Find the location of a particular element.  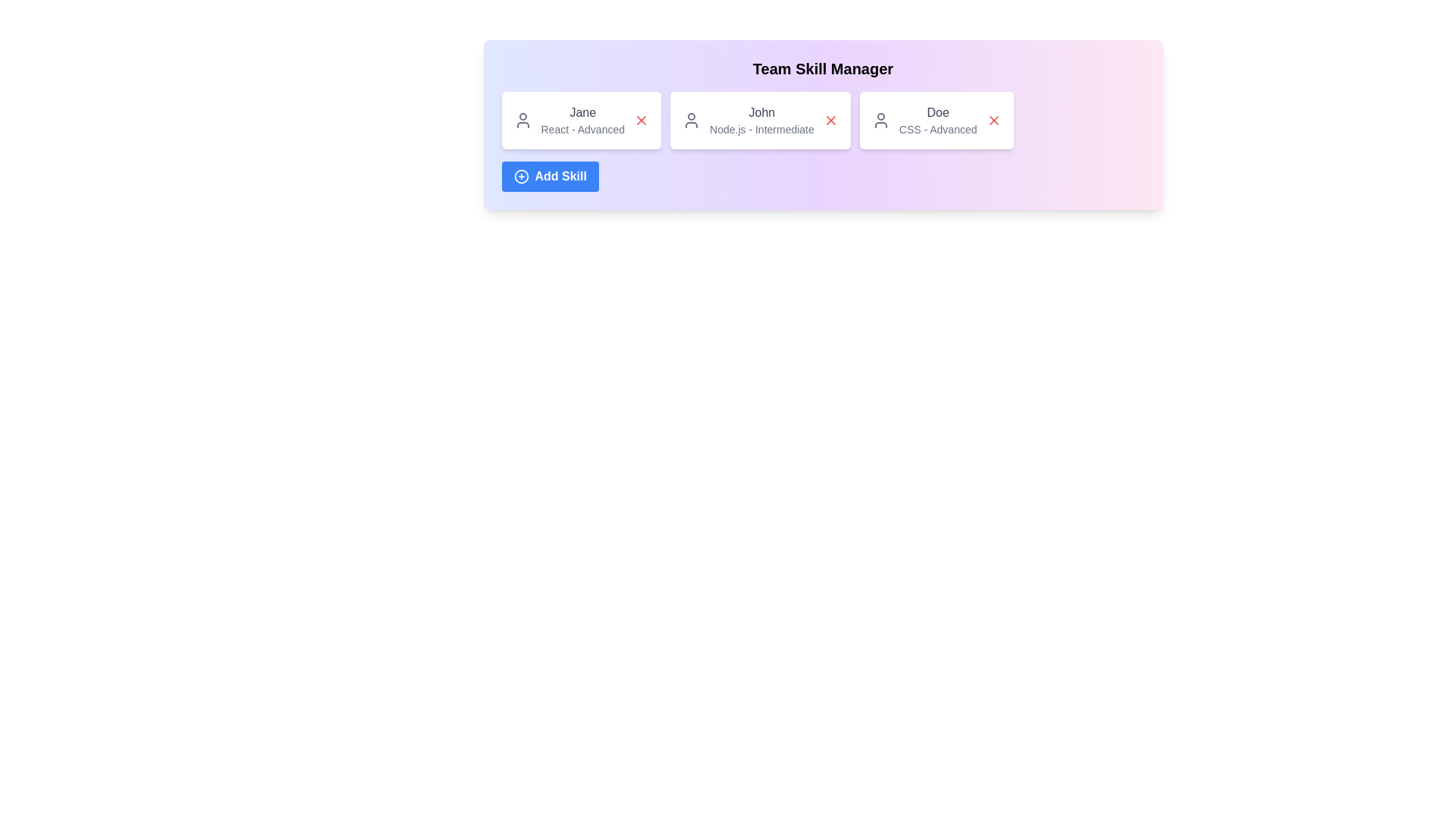

the skill card for React - Advanced to select it is located at coordinates (580, 119).